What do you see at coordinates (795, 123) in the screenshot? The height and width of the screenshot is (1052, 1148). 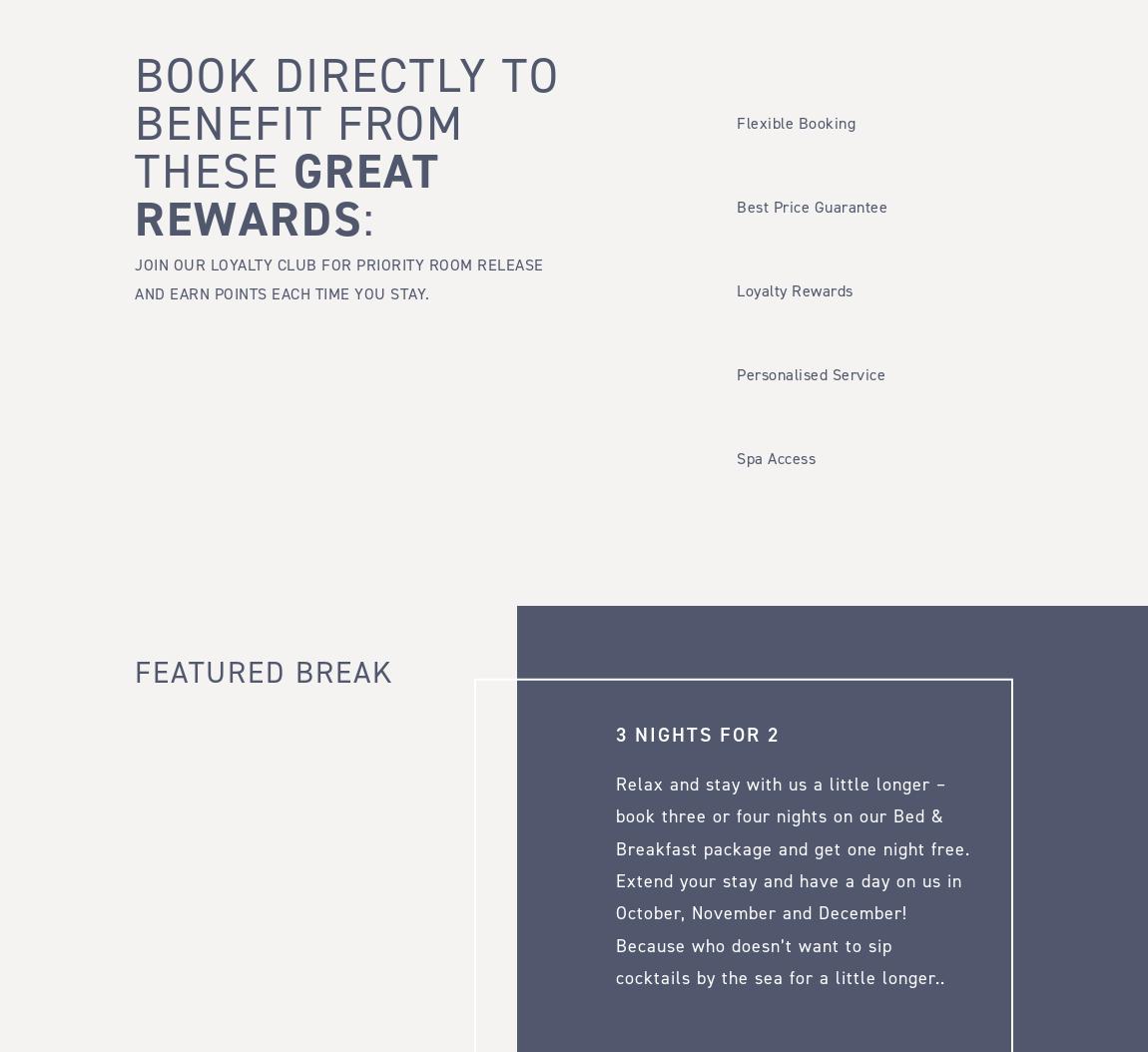 I see `'Flexible Booking'` at bounding box center [795, 123].